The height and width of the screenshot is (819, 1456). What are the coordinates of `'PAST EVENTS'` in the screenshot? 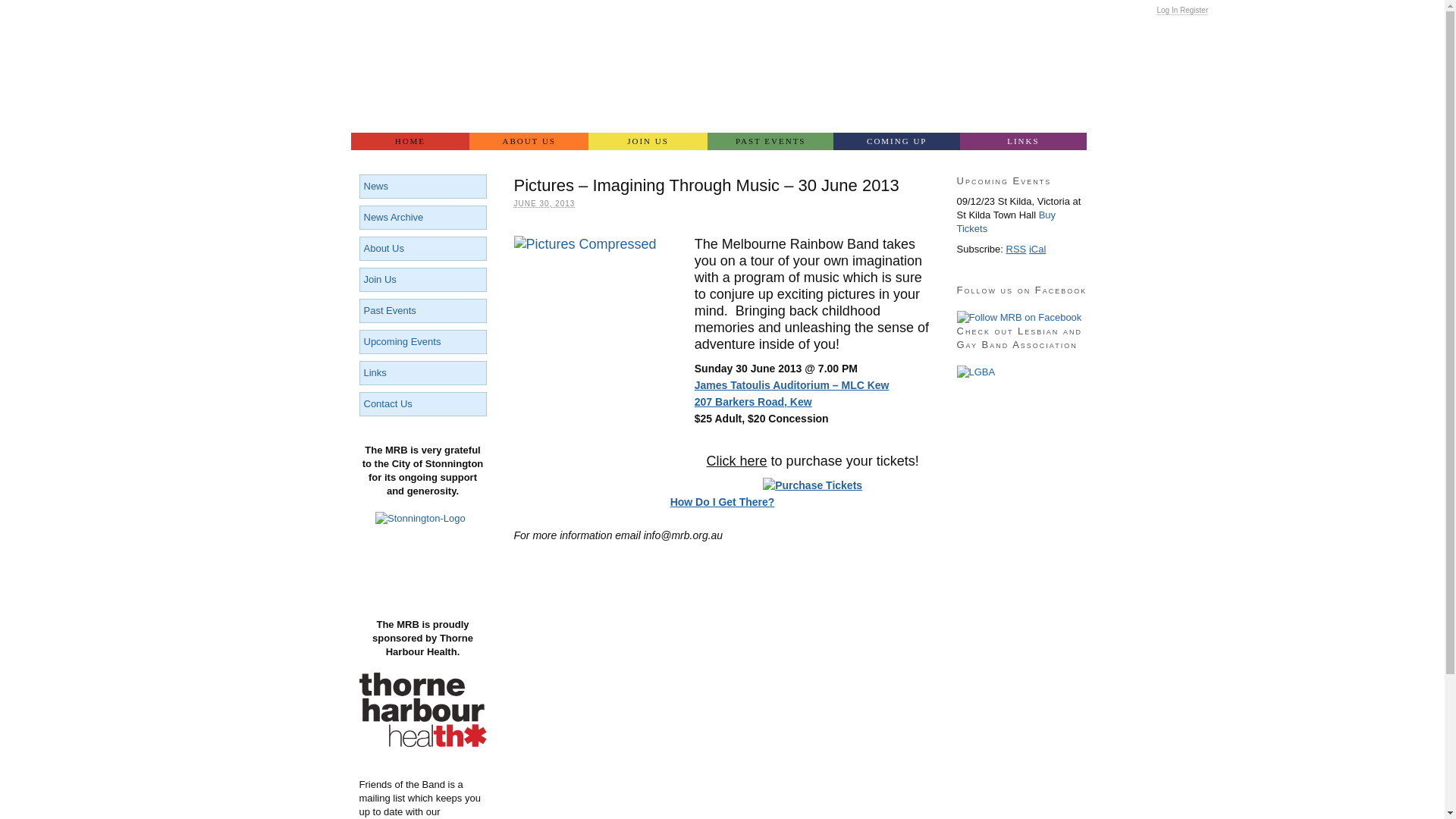 It's located at (770, 141).